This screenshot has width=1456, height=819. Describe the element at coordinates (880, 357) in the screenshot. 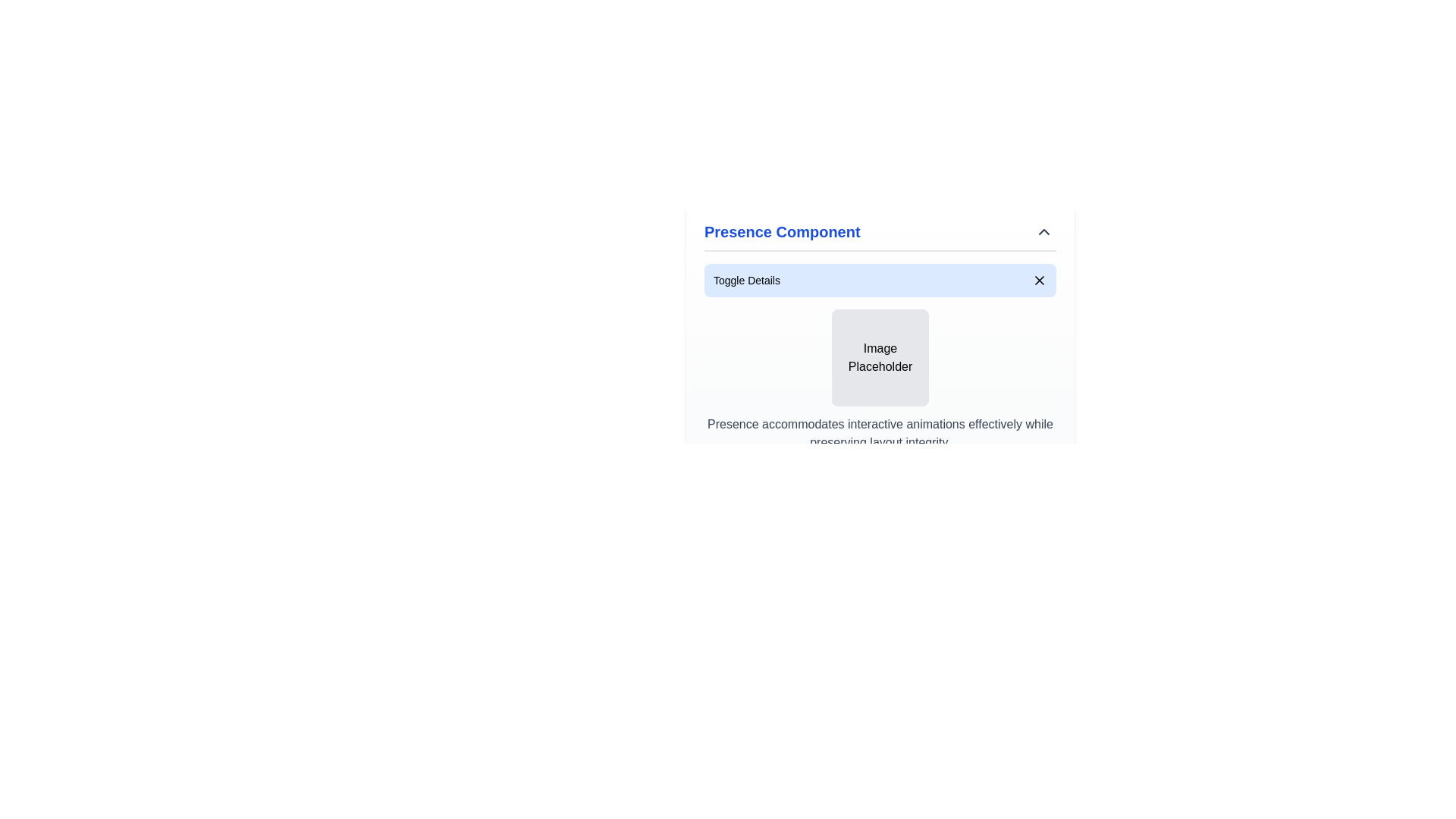

I see `the static text label displaying 'Image Placeholder' with a black font on a gray background` at that location.